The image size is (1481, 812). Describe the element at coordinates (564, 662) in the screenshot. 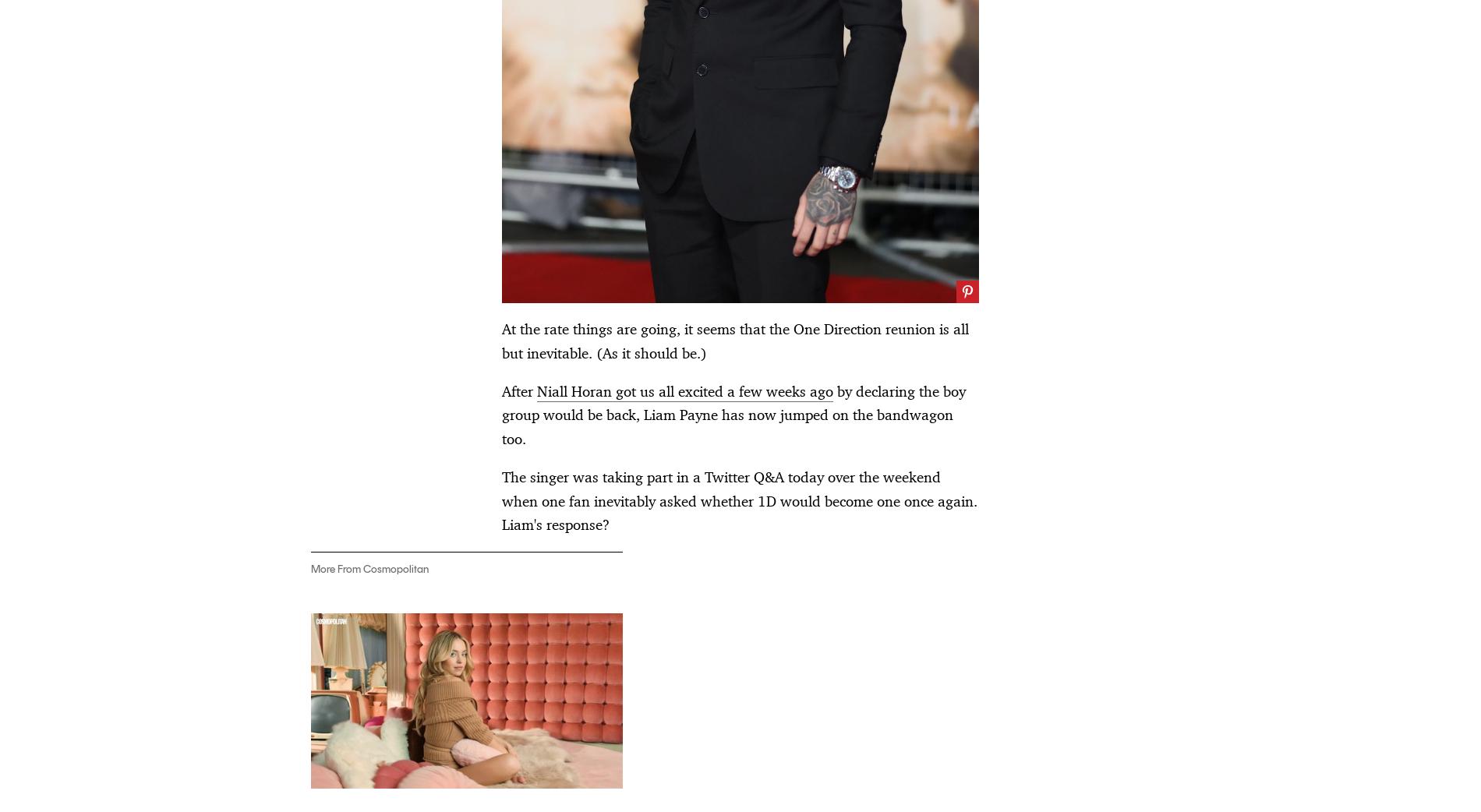

I see `'Customer Service'` at that location.